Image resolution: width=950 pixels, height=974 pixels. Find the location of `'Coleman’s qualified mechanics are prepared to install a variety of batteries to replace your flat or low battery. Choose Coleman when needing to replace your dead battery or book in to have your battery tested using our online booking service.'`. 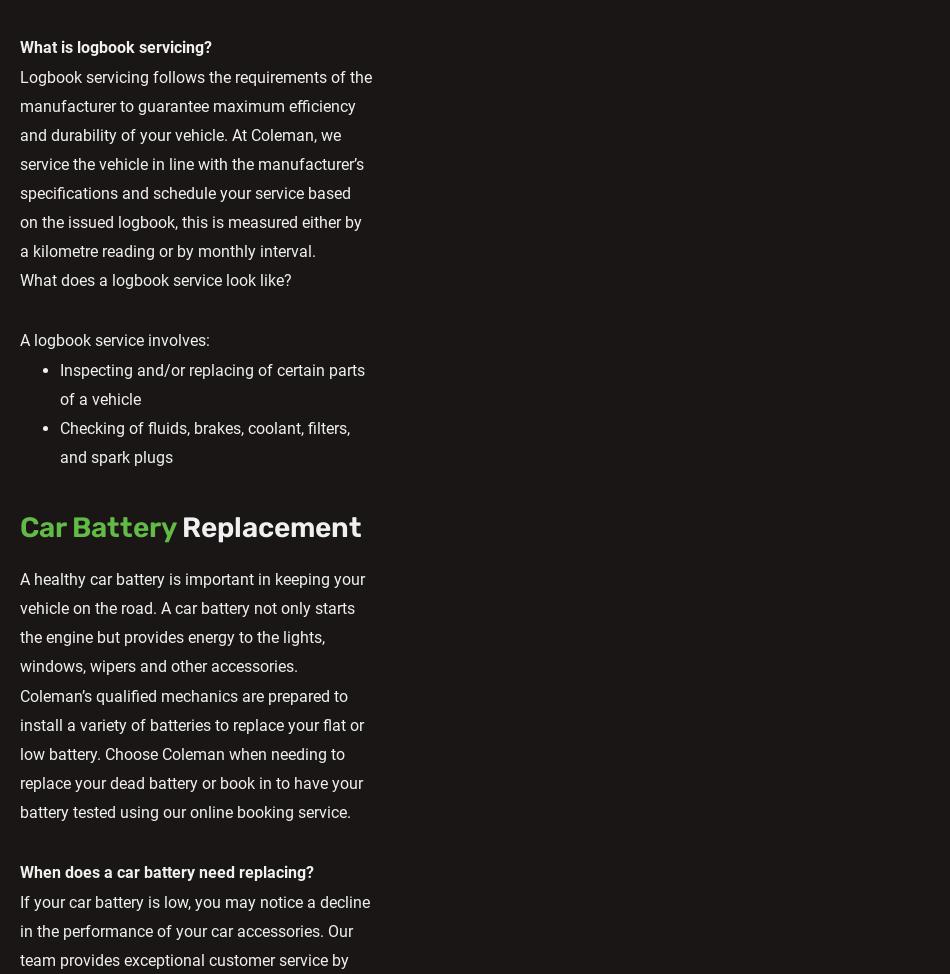

'Coleman’s qualified mechanics are prepared to install a variety of batteries to replace your flat or low battery. Choose Coleman when needing to replace your dead battery or book in to have your battery tested using our online booking service.' is located at coordinates (191, 753).